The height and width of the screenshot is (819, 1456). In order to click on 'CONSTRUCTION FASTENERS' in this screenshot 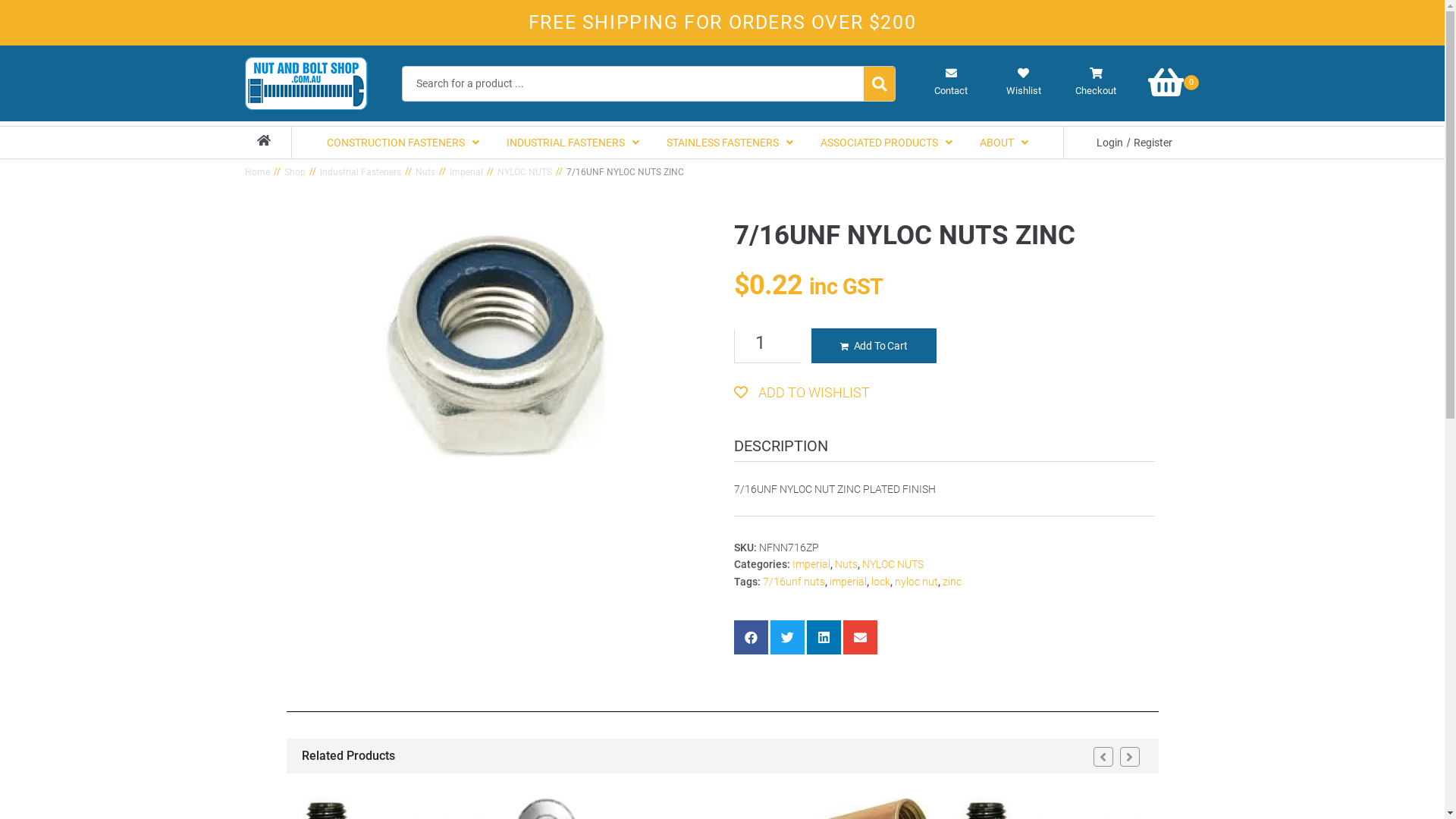, I will do `click(403, 143)`.